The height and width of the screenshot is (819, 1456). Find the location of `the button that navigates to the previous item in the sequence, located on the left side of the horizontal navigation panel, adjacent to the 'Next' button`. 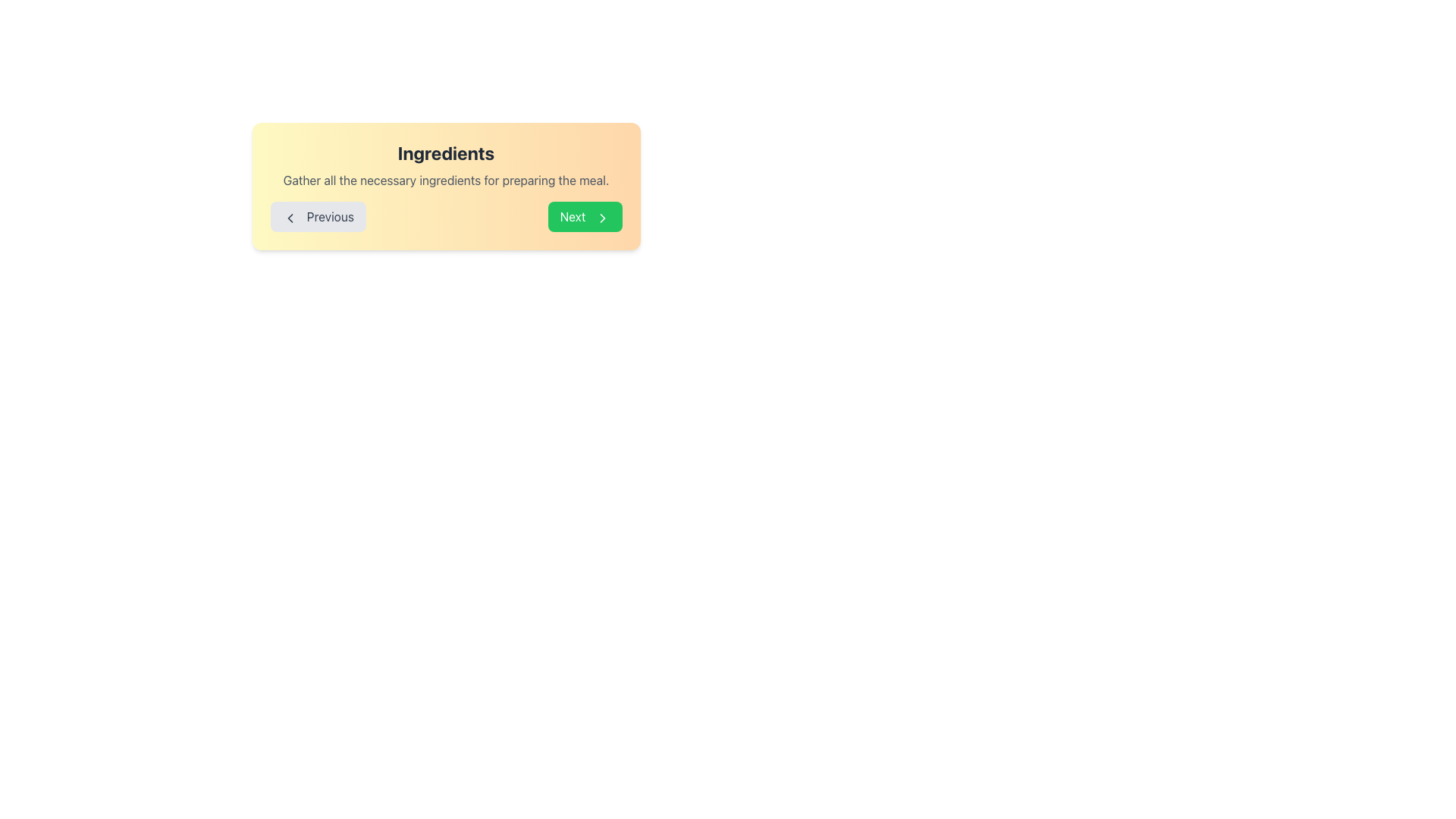

the button that navigates to the previous item in the sequence, located on the left side of the horizontal navigation panel, adjacent to the 'Next' button is located at coordinates (317, 216).